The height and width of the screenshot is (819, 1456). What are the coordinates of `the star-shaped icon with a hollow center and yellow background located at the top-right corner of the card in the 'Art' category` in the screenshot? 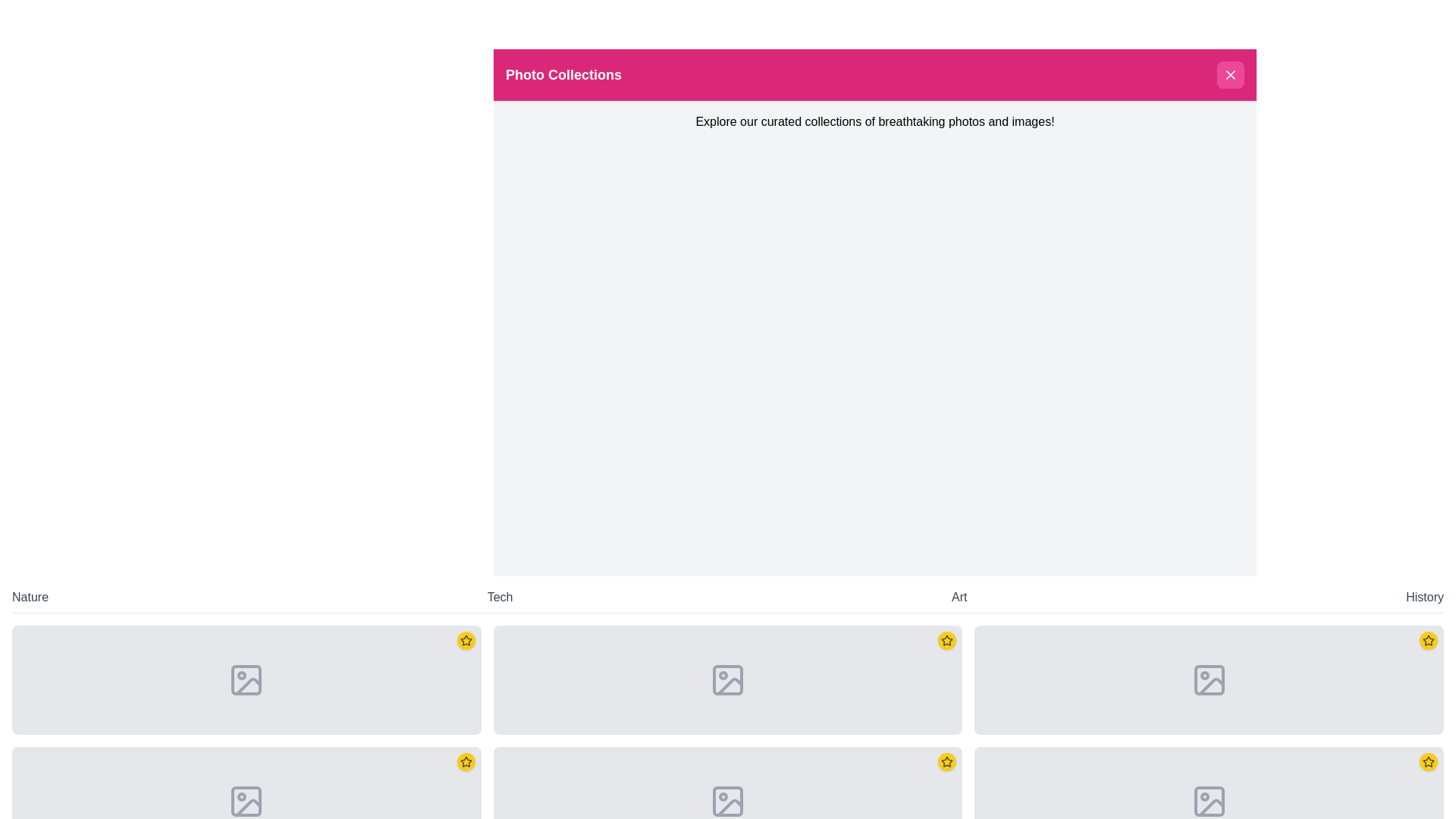 It's located at (946, 640).